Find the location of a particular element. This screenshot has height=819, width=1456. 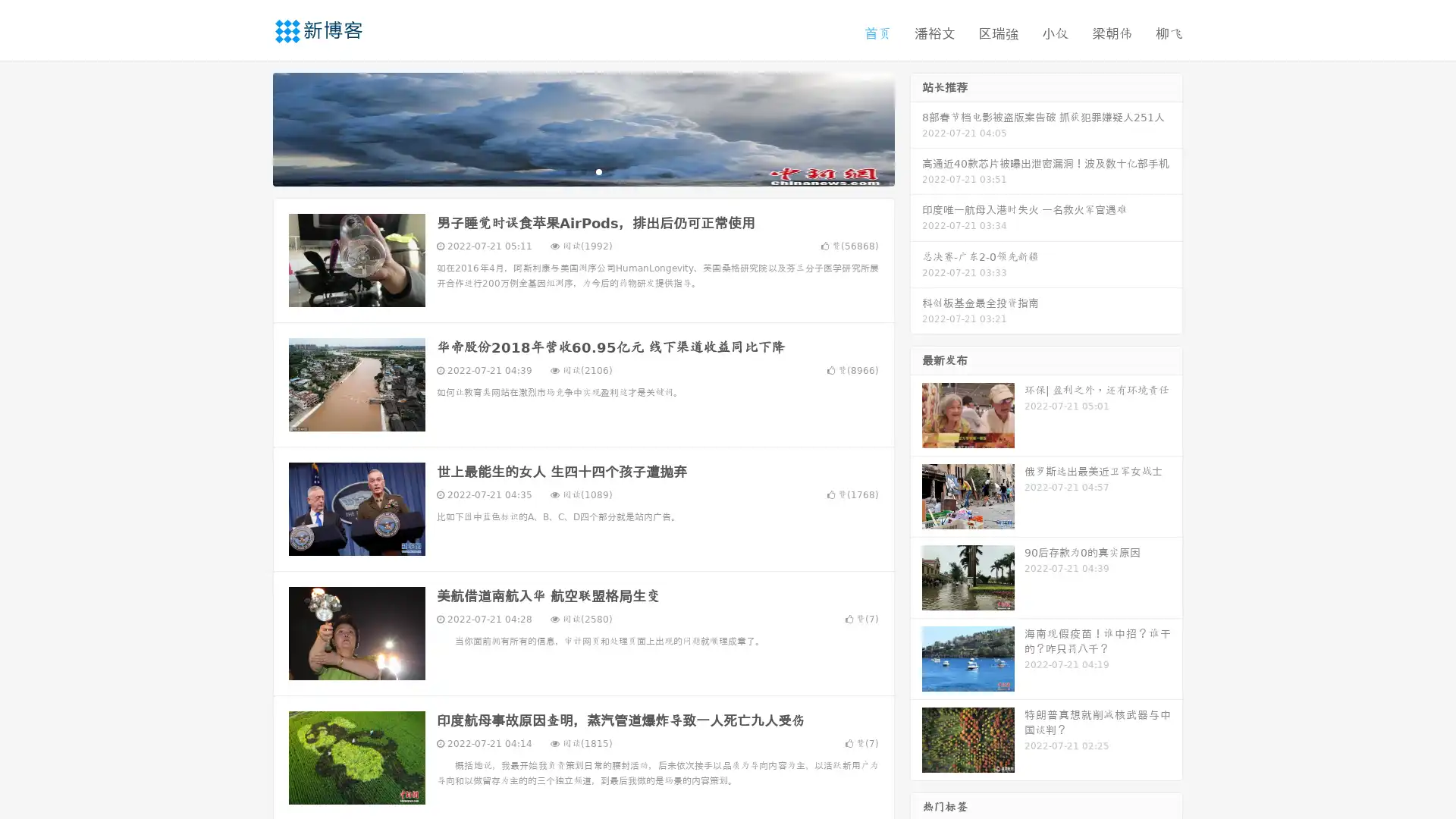

Go to slide 3 is located at coordinates (598, 171).